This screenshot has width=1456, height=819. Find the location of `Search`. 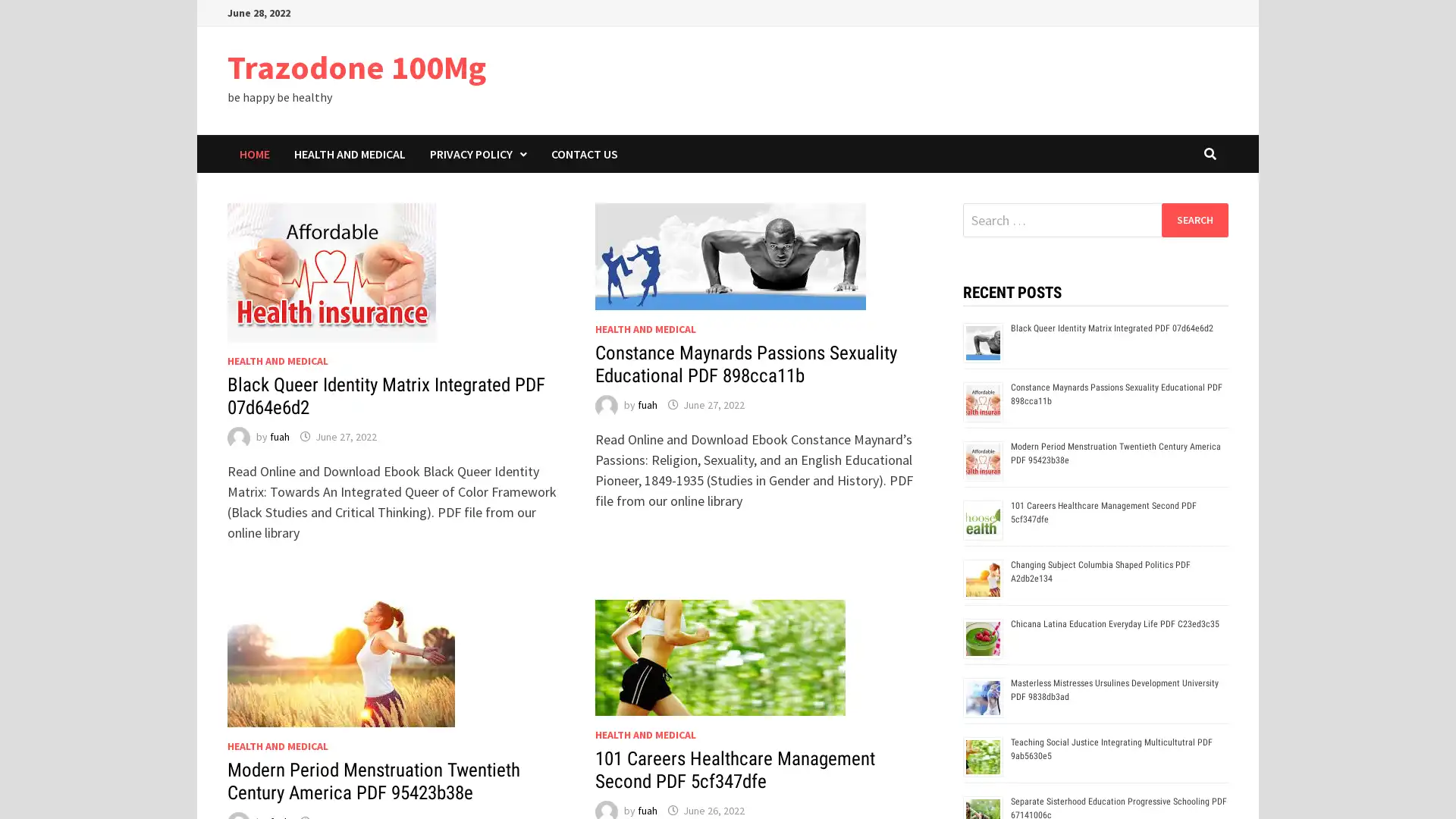

Search is located at coordinates (1194, 219).